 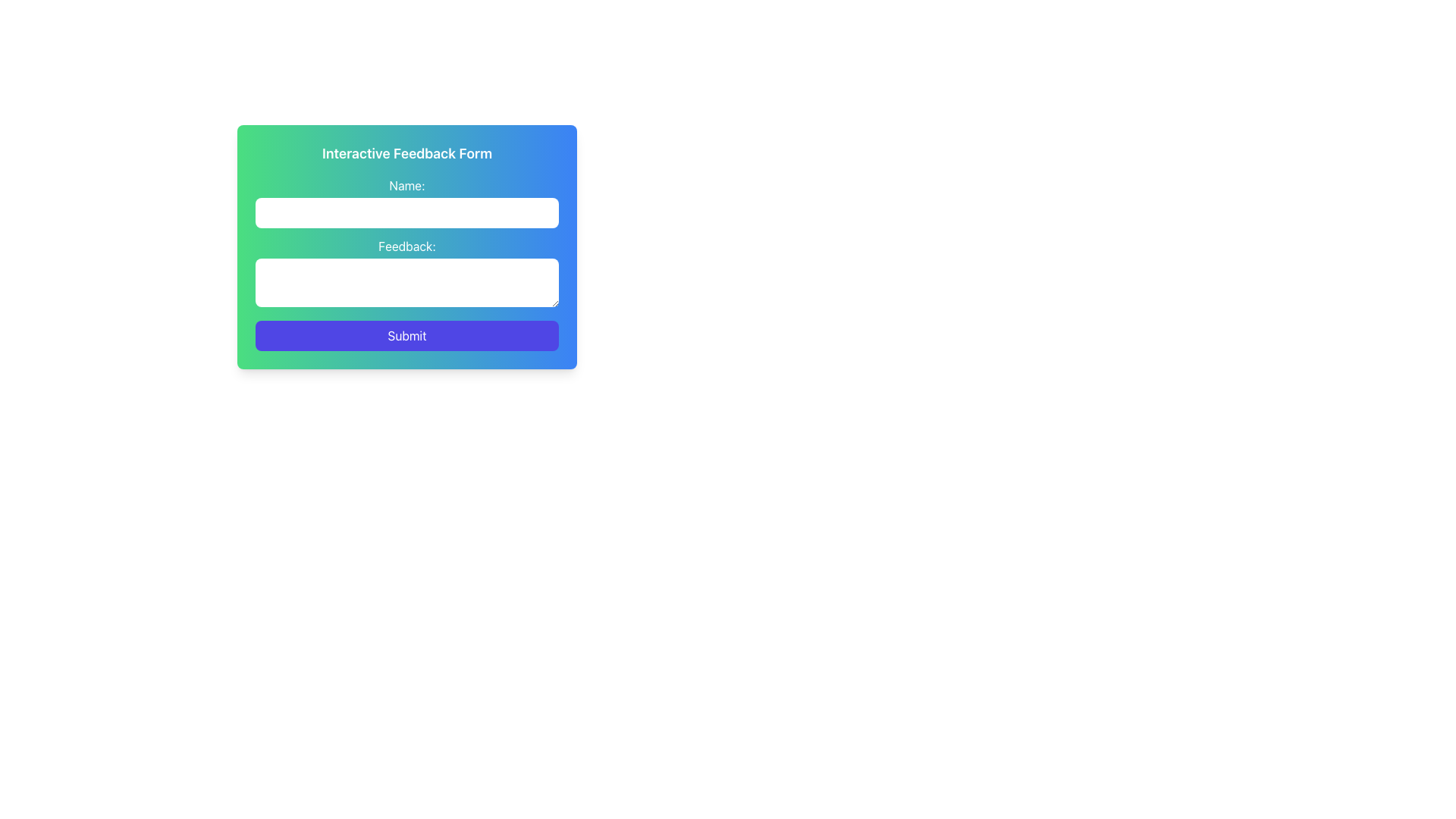 What do you see at coordinates (407, 185) in the screenshot?
I see `the label that informs the user about the purpose of the adjacent text input field, which is positioned directly above it` at bounding box center [407, 185].